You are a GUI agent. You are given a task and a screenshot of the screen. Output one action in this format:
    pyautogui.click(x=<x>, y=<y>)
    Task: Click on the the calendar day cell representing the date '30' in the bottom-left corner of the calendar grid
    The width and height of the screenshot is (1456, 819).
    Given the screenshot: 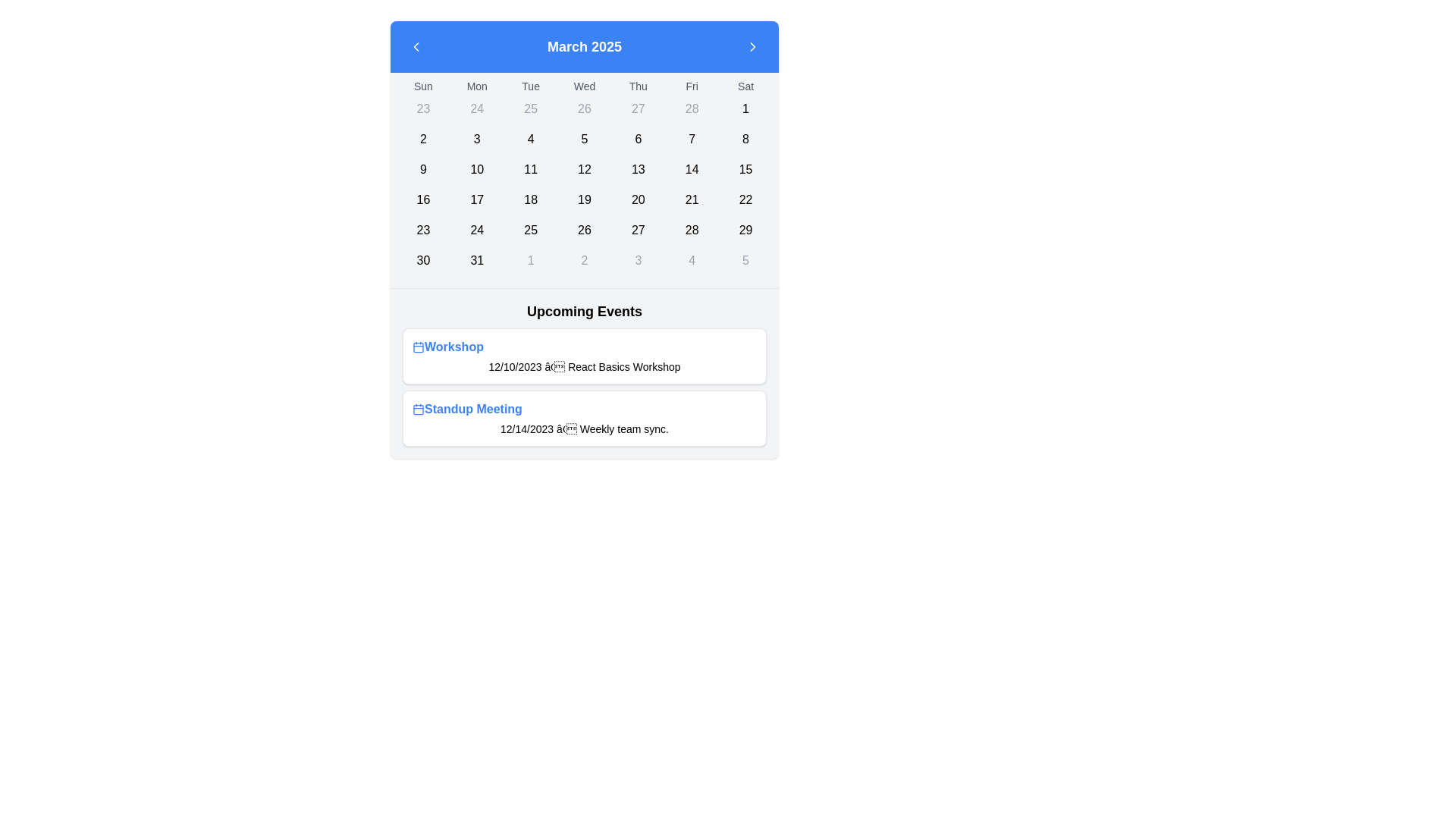 What is the action you would take?
    pyautogui.click(x=423, y=259)
    